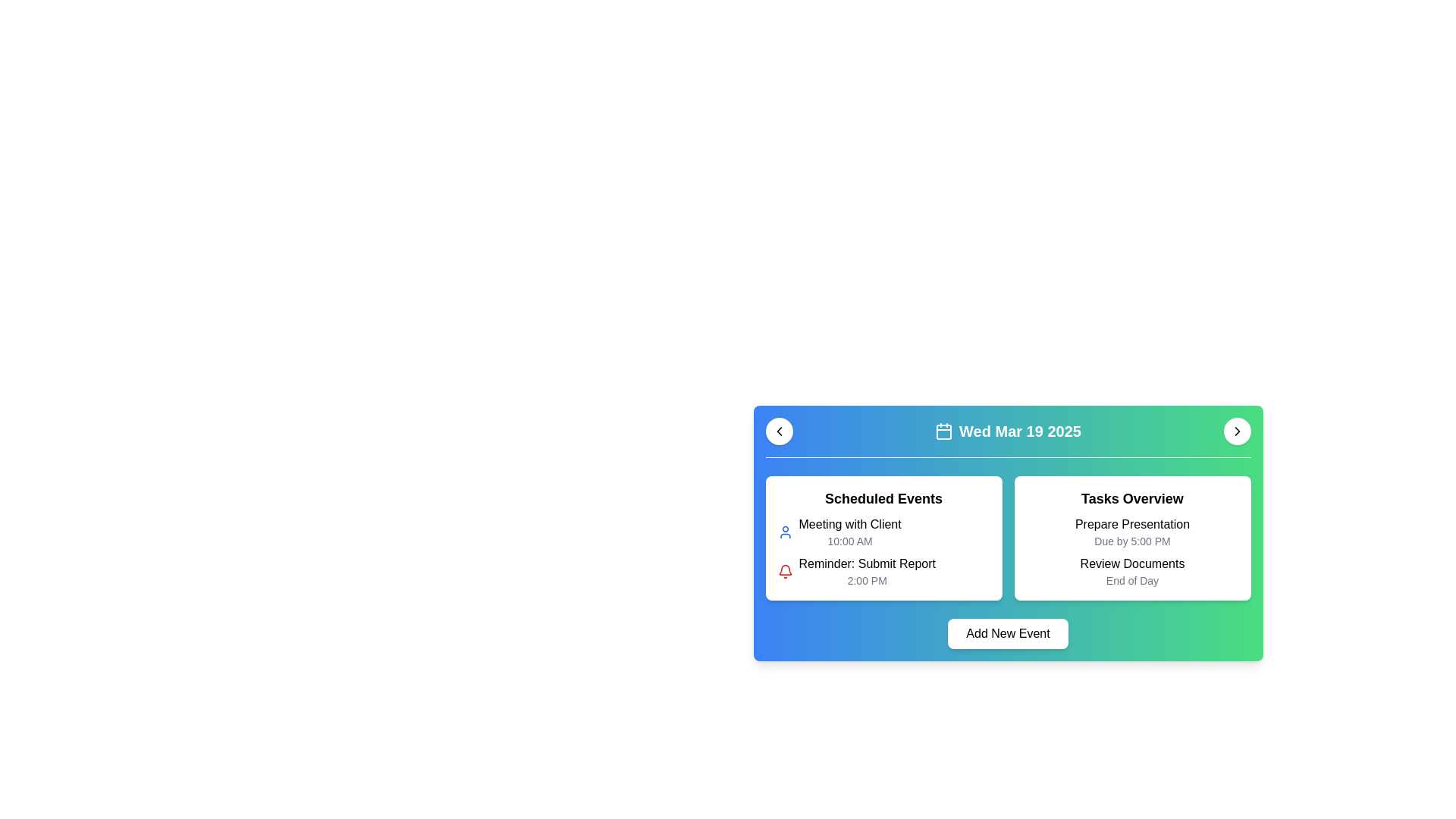  I want to click on date displayed in the central date display at the top of the section, which is bordered by left and right arrow buttons and located above 'Scheduled Events' and 'Tasks Overview', so click(1008, 431).